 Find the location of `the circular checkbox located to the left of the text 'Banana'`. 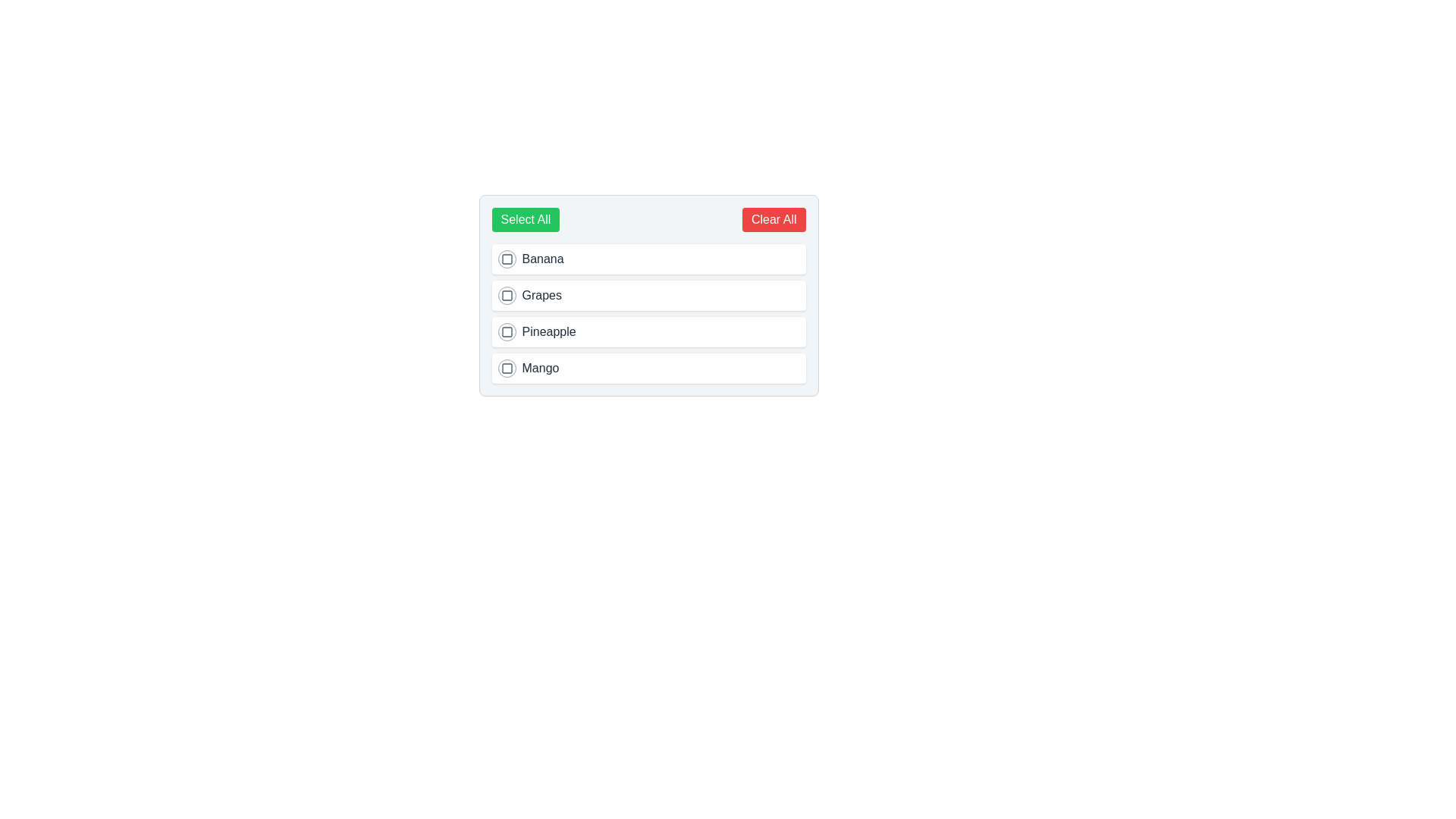

the circular checkbox located to the left of the text 'Banana' is located at coordinates (507, 259).